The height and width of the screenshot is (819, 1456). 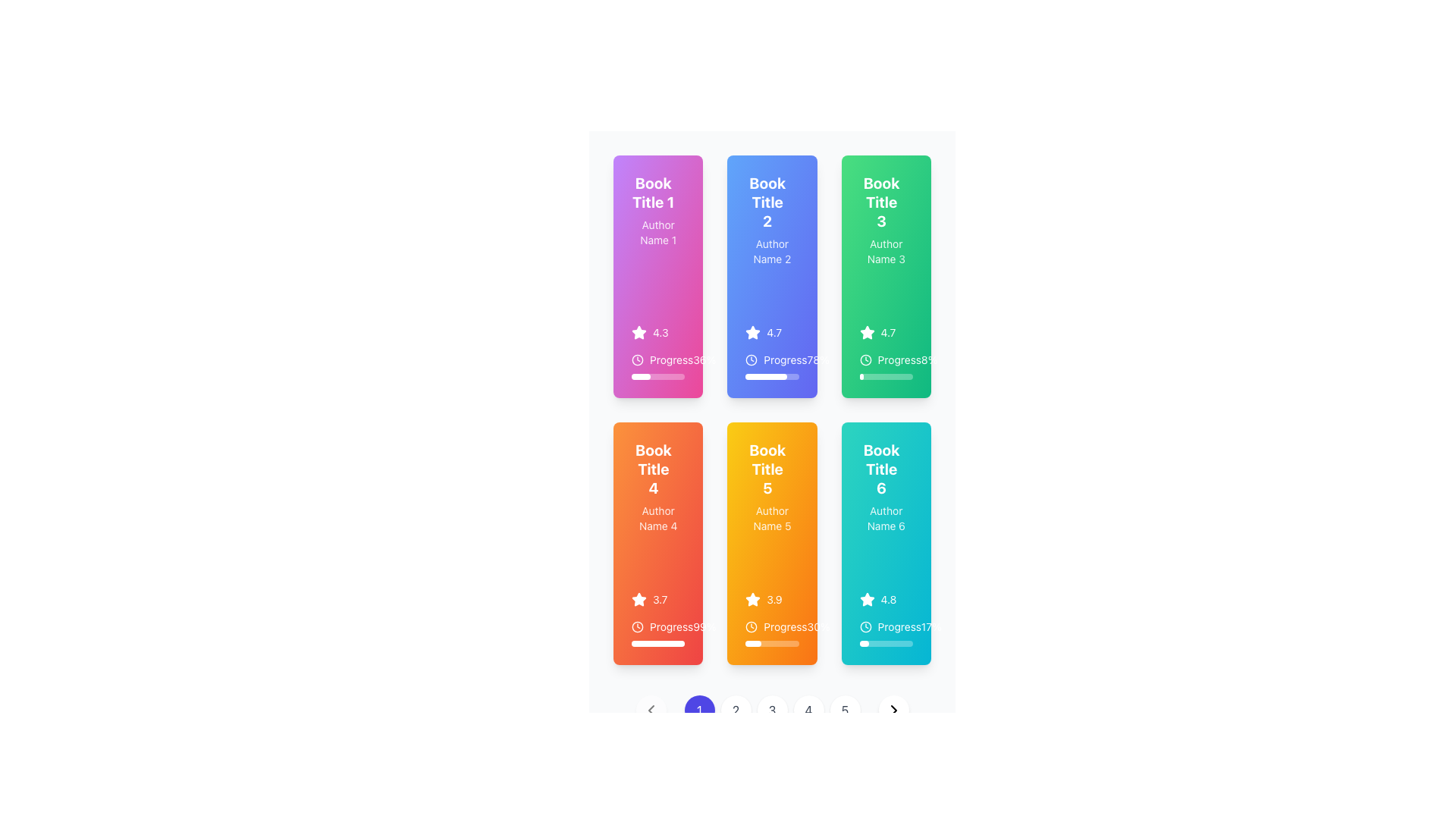 What do you see at coordinates (658, 277) in the screenshot?
I see `the first card component in the grid layout, which features a gradient background from purple to pink, displaying the book title 'Book Title 1', author name 'Author Name 1', a star rating of '4.3', and a progress indicator with 'Progress36%'` at bounding box center [658, 277].